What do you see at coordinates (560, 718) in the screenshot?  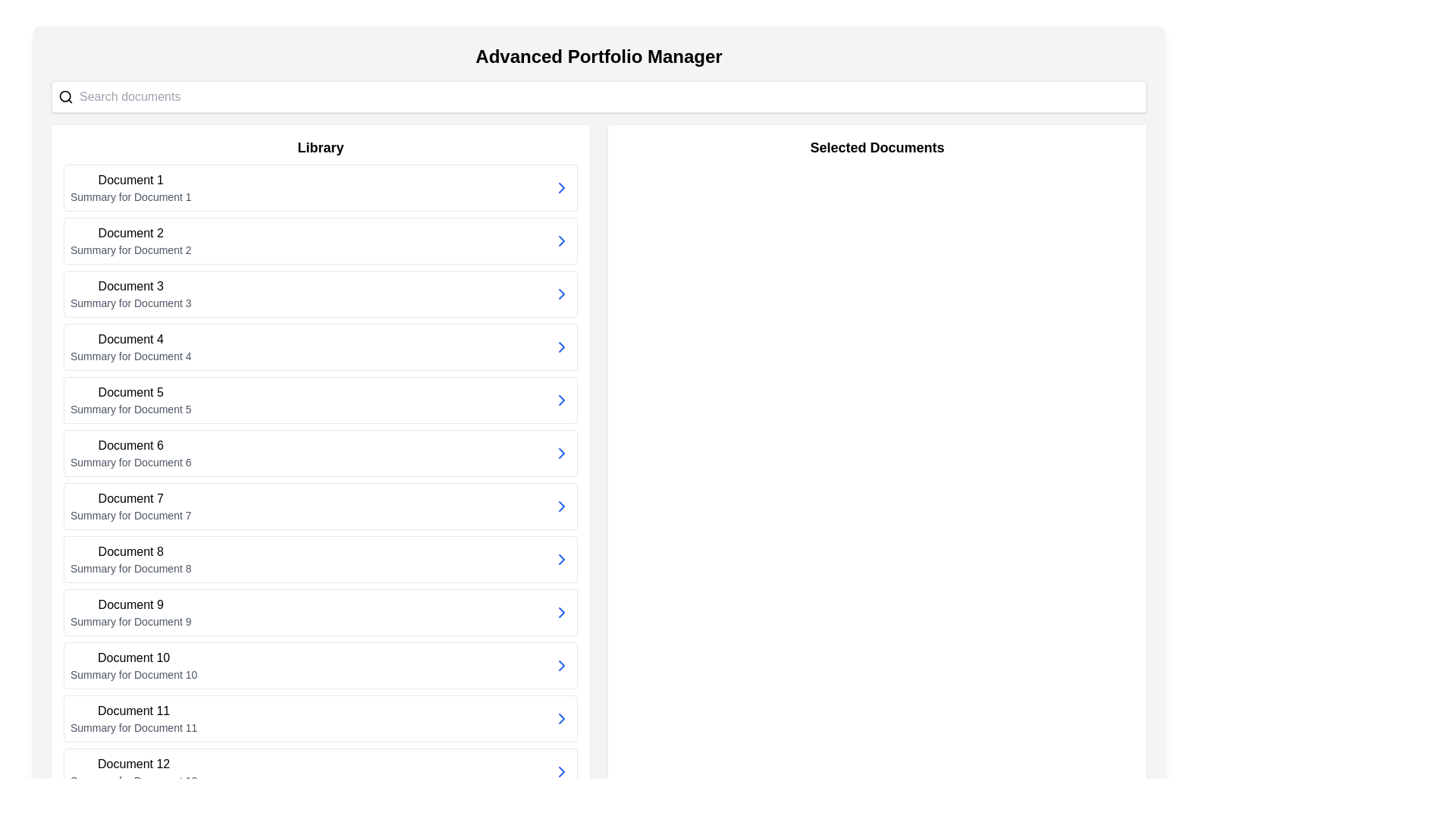 I see `the small blue chevron arrow icon on the far-right side of the row labeled 'Document 11 Summary for Document 11'` at bounding box center [560, 718].